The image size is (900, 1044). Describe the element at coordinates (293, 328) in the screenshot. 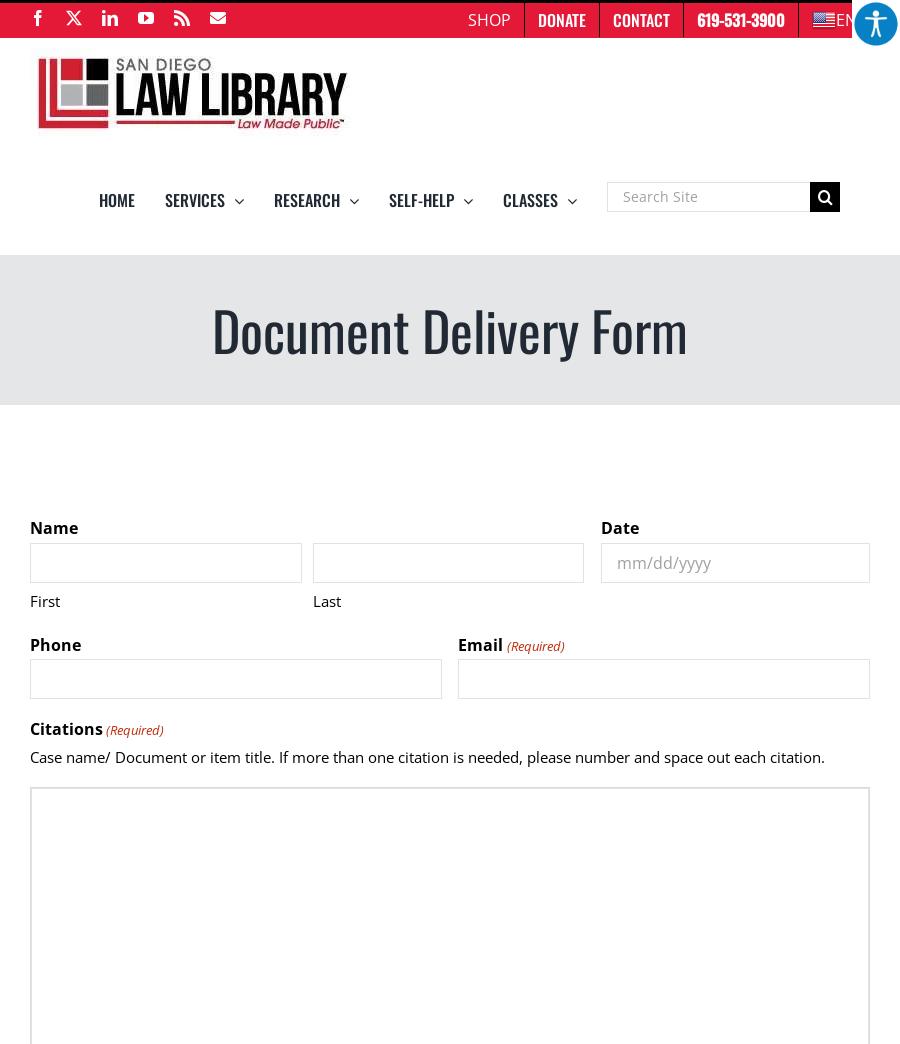

I see `'Databases'` at that location.